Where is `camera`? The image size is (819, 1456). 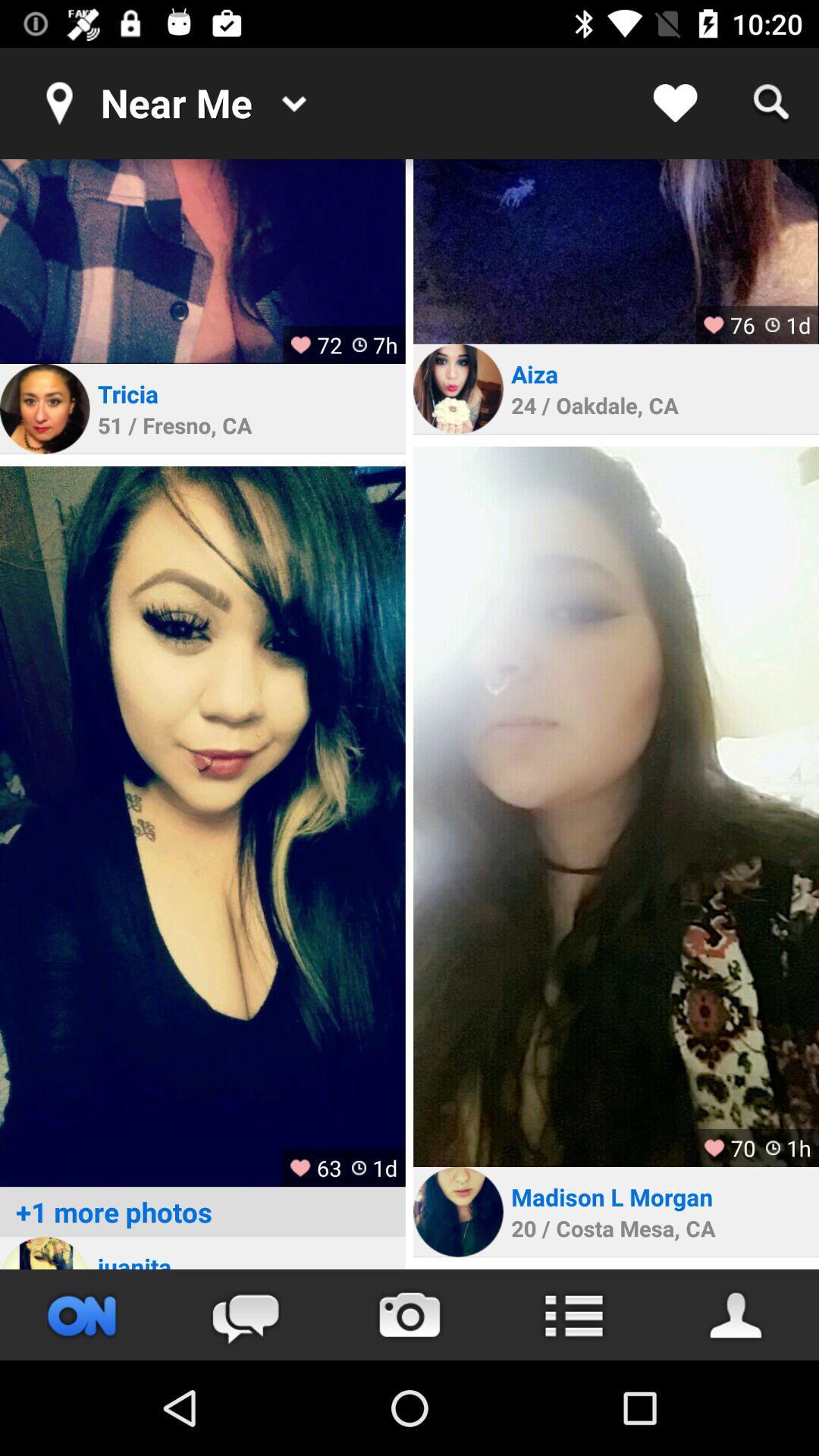
camera is located at coordinates (409, 1314).